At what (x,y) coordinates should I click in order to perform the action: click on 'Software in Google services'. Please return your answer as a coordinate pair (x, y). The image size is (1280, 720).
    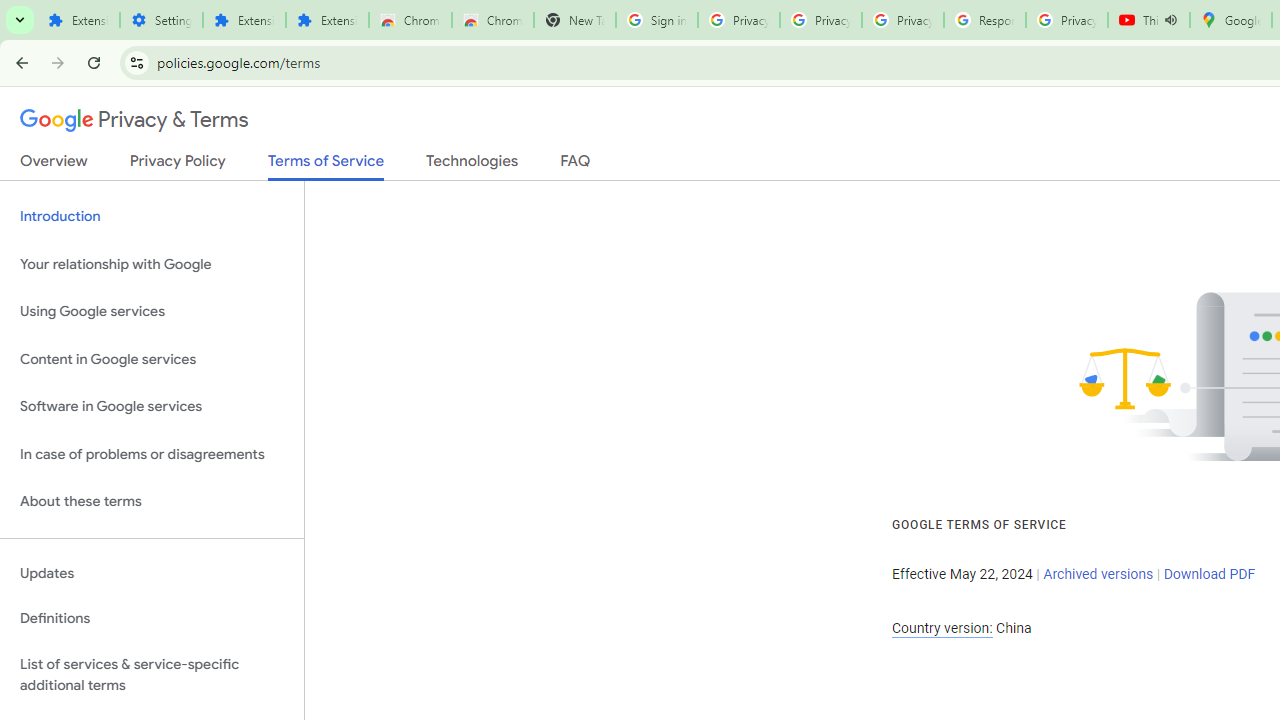
    Looking at the image, I should click on (151, 406).